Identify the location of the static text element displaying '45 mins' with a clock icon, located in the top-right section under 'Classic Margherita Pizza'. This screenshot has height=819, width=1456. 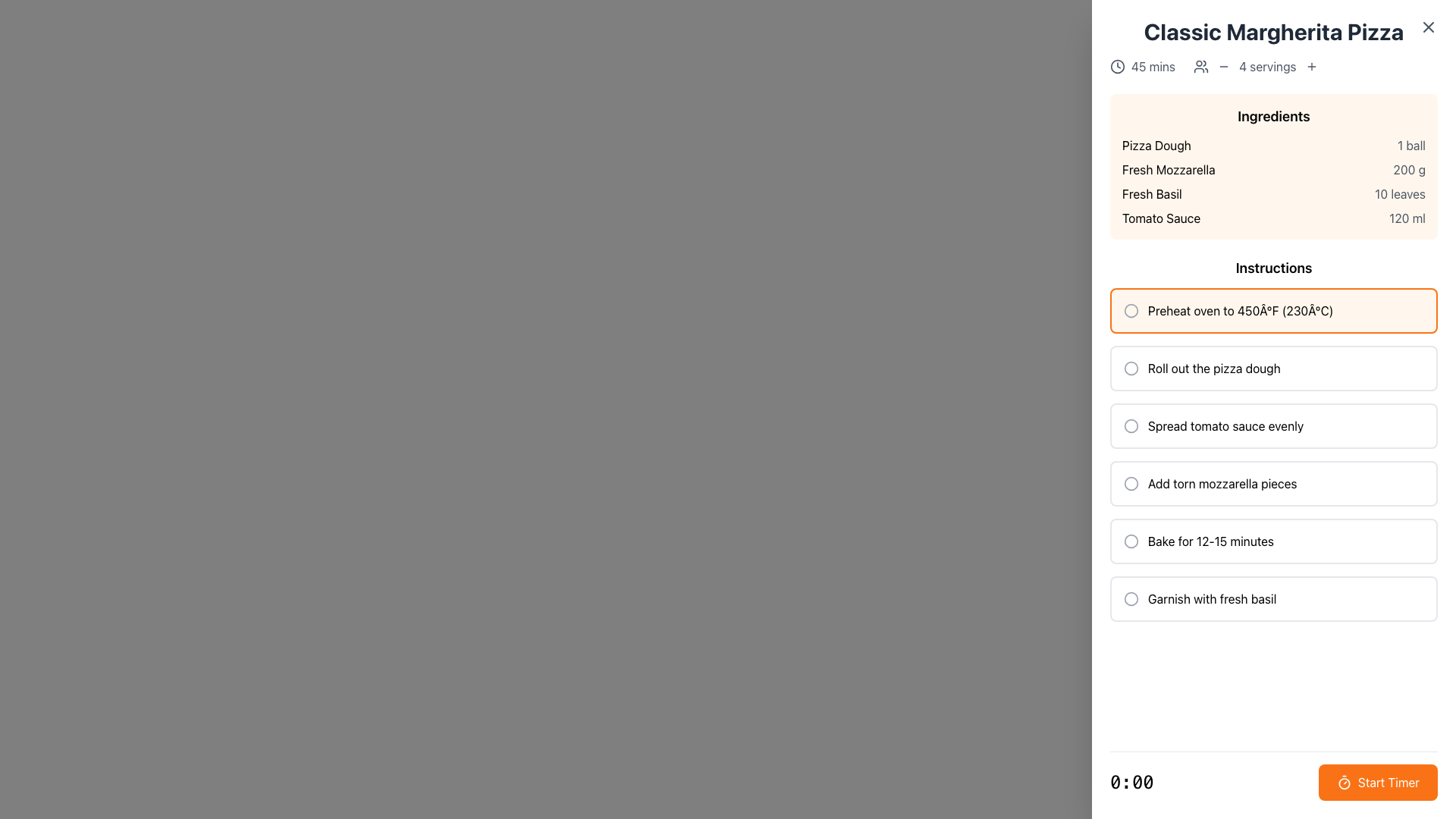
(1143, 66).